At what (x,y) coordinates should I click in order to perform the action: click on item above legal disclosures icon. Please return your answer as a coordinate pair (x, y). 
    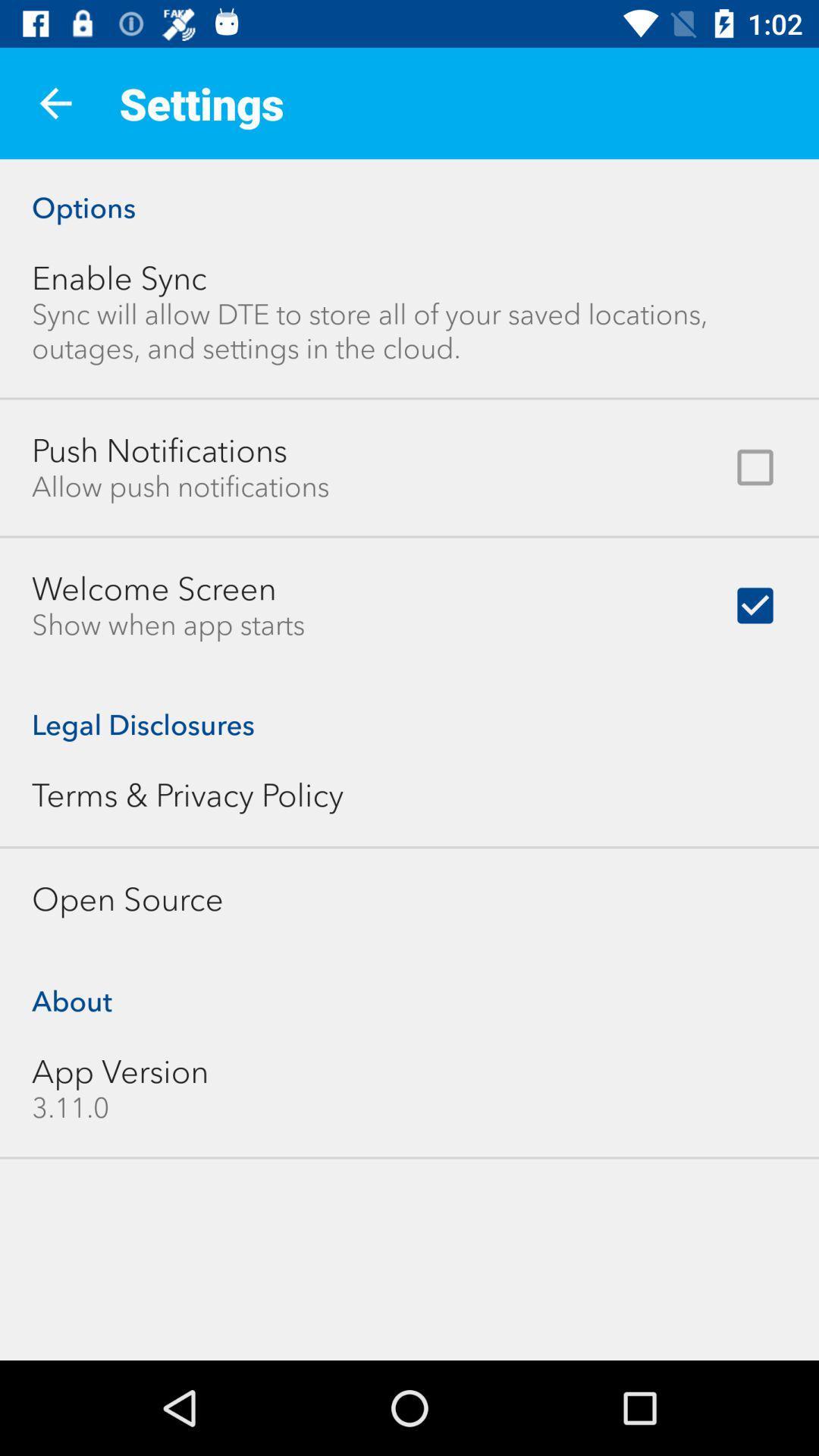
    Looking at the image, I should click on (168, 625).